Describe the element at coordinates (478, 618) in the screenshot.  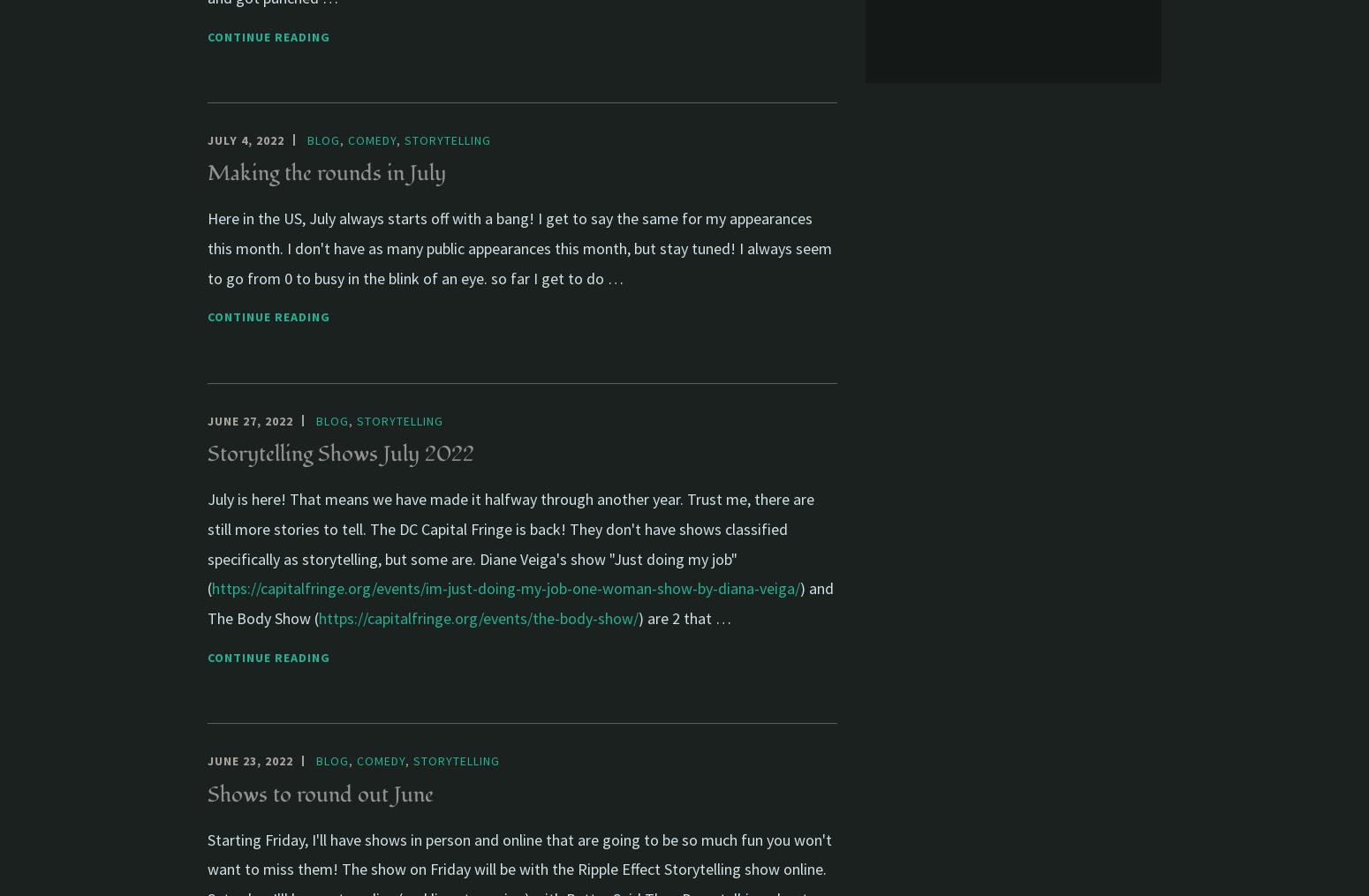
I see `'https://capitalfringe.org/events/the-body-show/'` at that location.